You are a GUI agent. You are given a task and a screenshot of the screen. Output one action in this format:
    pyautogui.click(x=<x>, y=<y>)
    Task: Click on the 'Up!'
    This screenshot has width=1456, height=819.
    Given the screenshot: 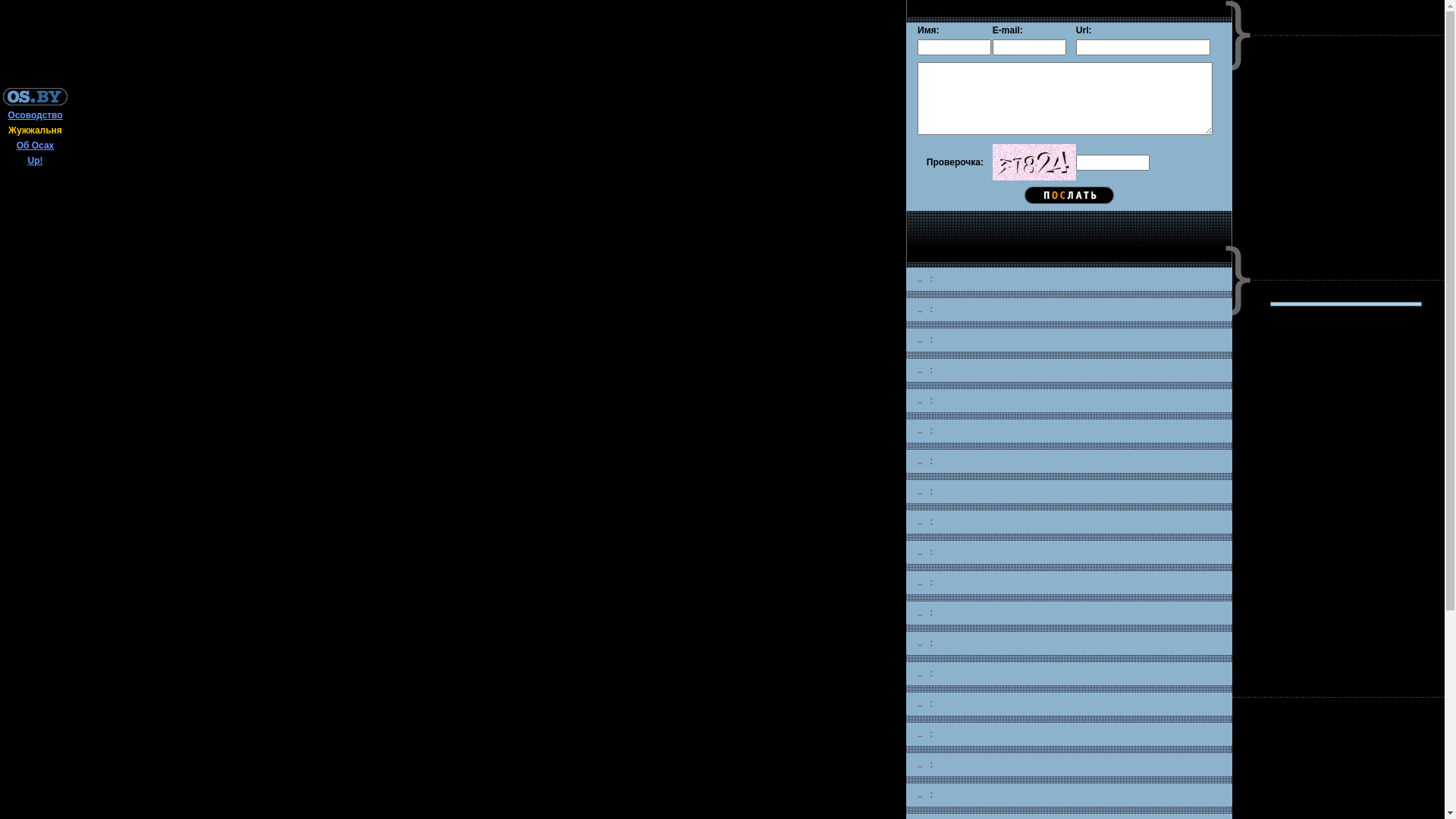 What is the action you would take?
    pyautogui.click(x=35, y=161)
    